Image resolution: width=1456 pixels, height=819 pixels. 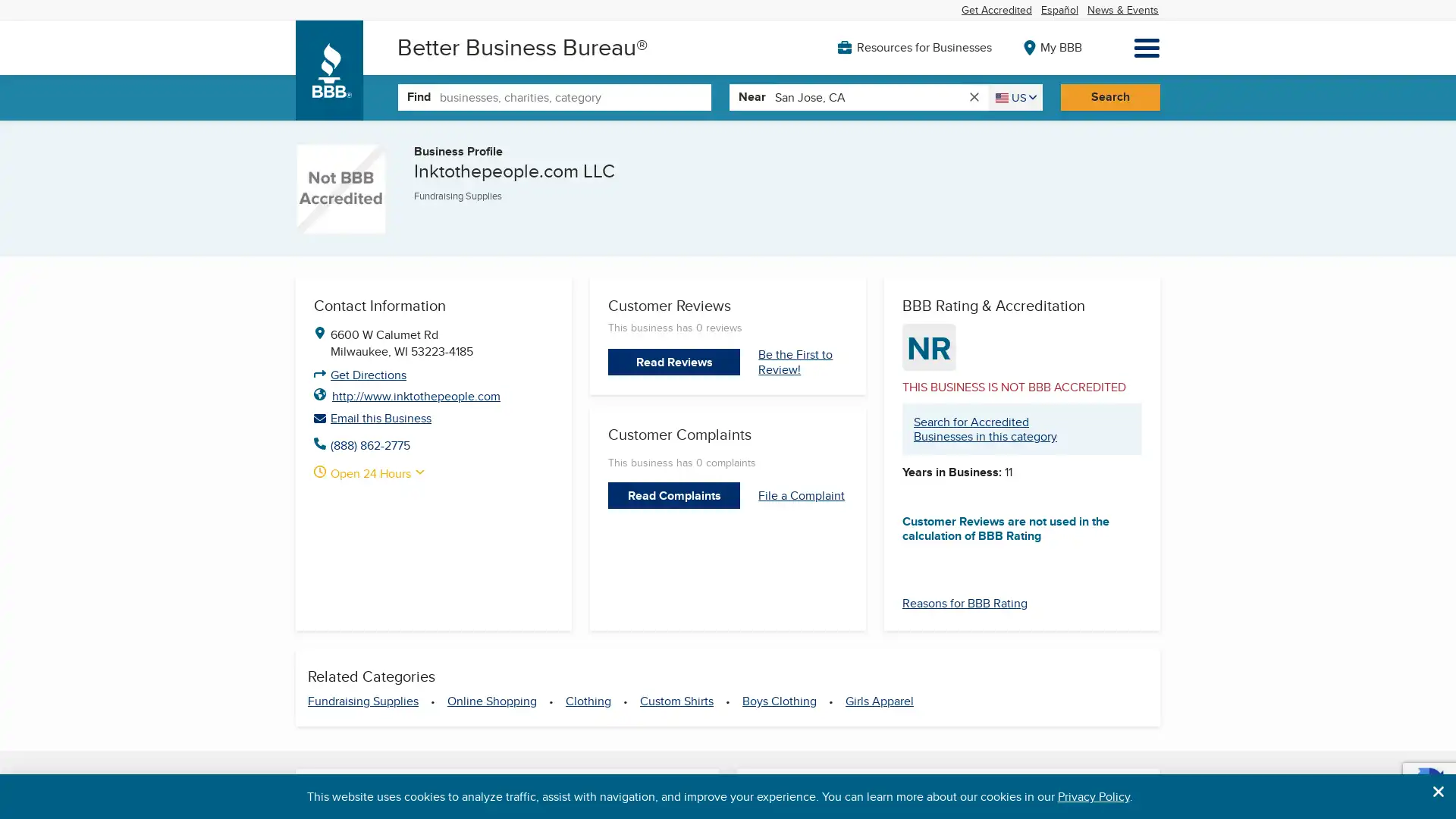 I want to click on clear search, so click(x=973, y=96).